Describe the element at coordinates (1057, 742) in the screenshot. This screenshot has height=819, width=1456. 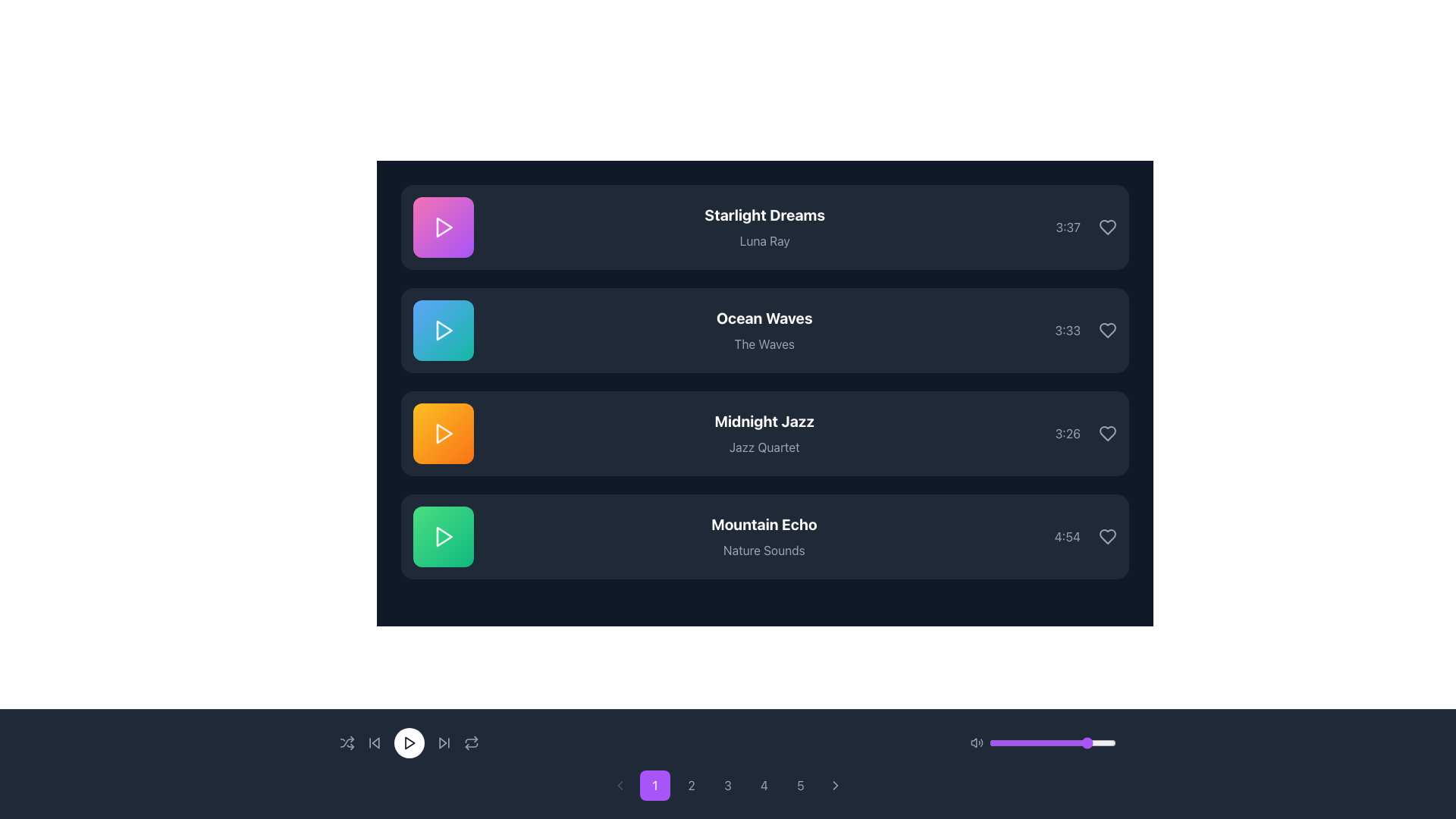
I see `the slider` at that location.